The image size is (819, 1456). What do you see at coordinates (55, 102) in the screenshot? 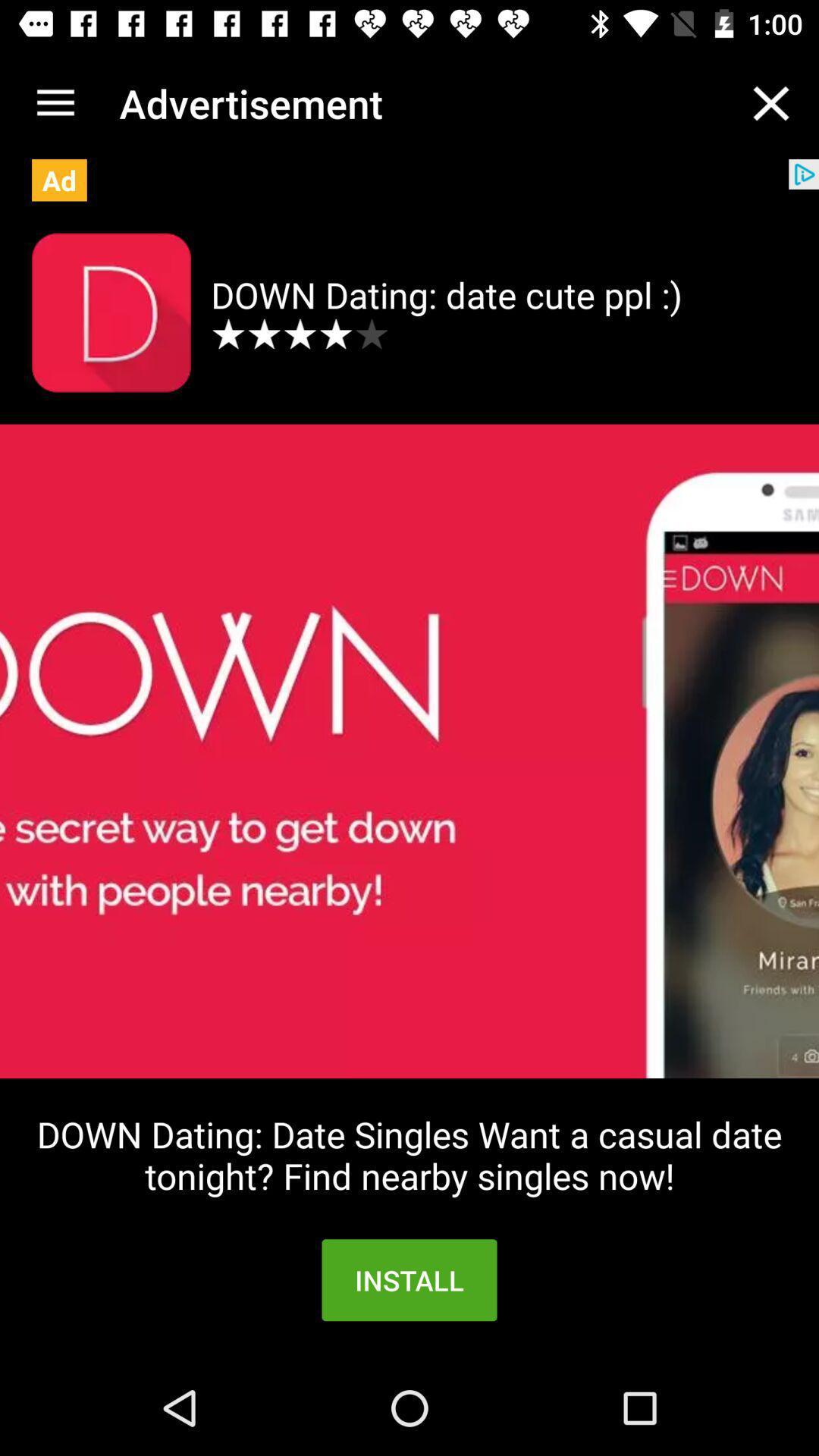
I see `the icon next to the advertisement icon` at bounding box center [55, 102].